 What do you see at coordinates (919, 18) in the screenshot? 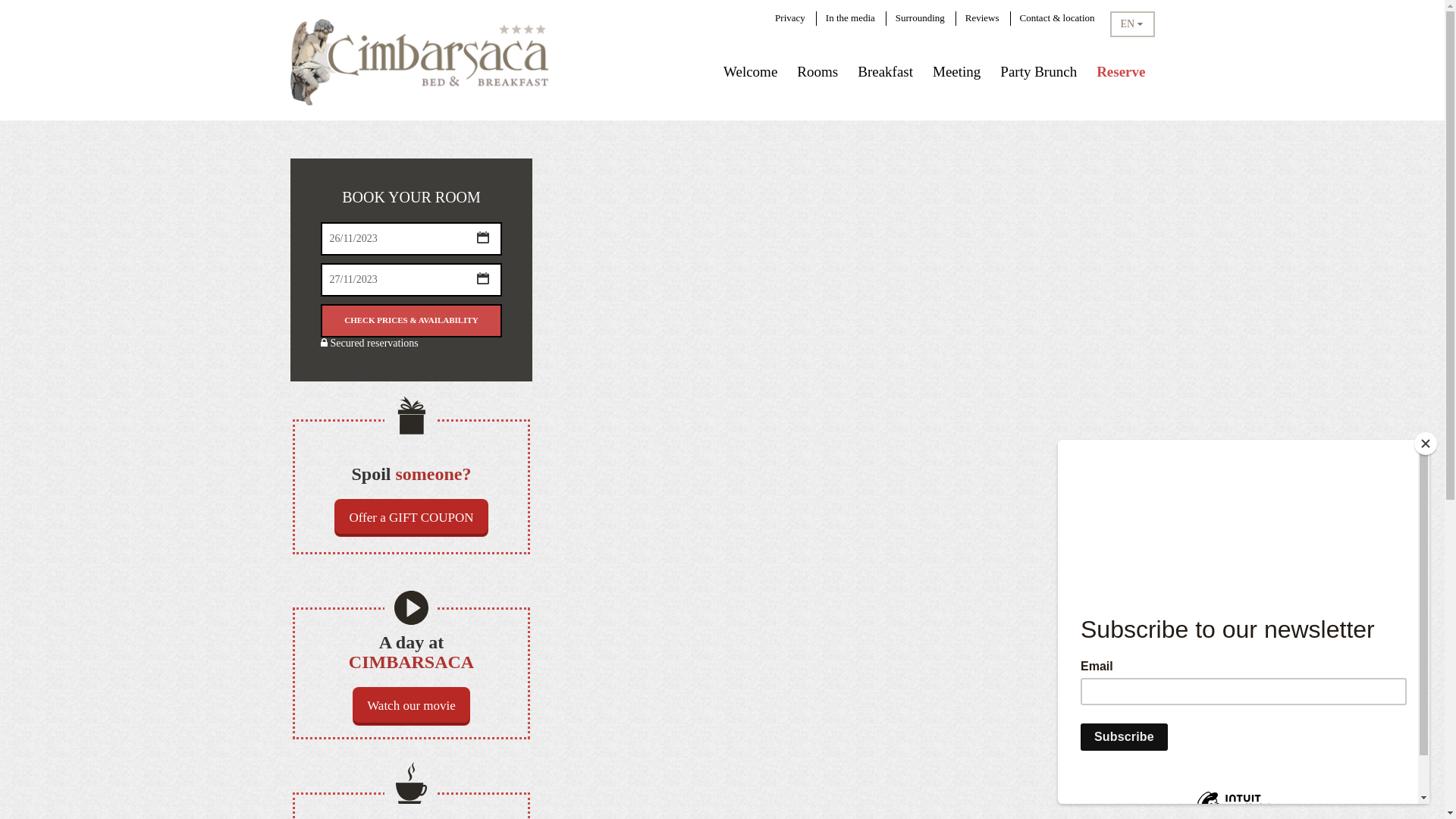
I see `'Surrounding'` at bounding box center [919, 18].